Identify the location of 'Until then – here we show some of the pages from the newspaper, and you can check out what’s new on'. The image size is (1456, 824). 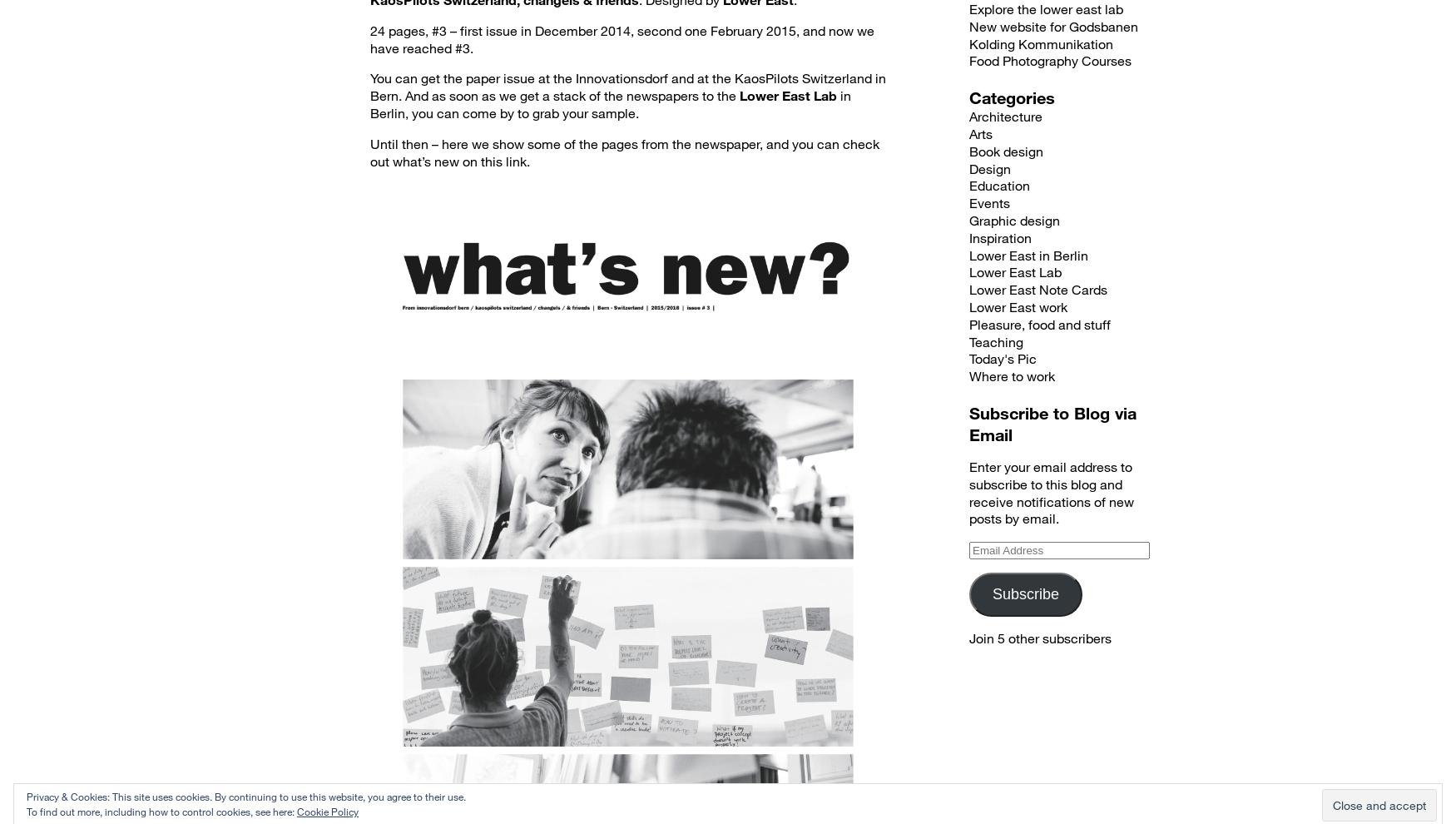
(624, 151).